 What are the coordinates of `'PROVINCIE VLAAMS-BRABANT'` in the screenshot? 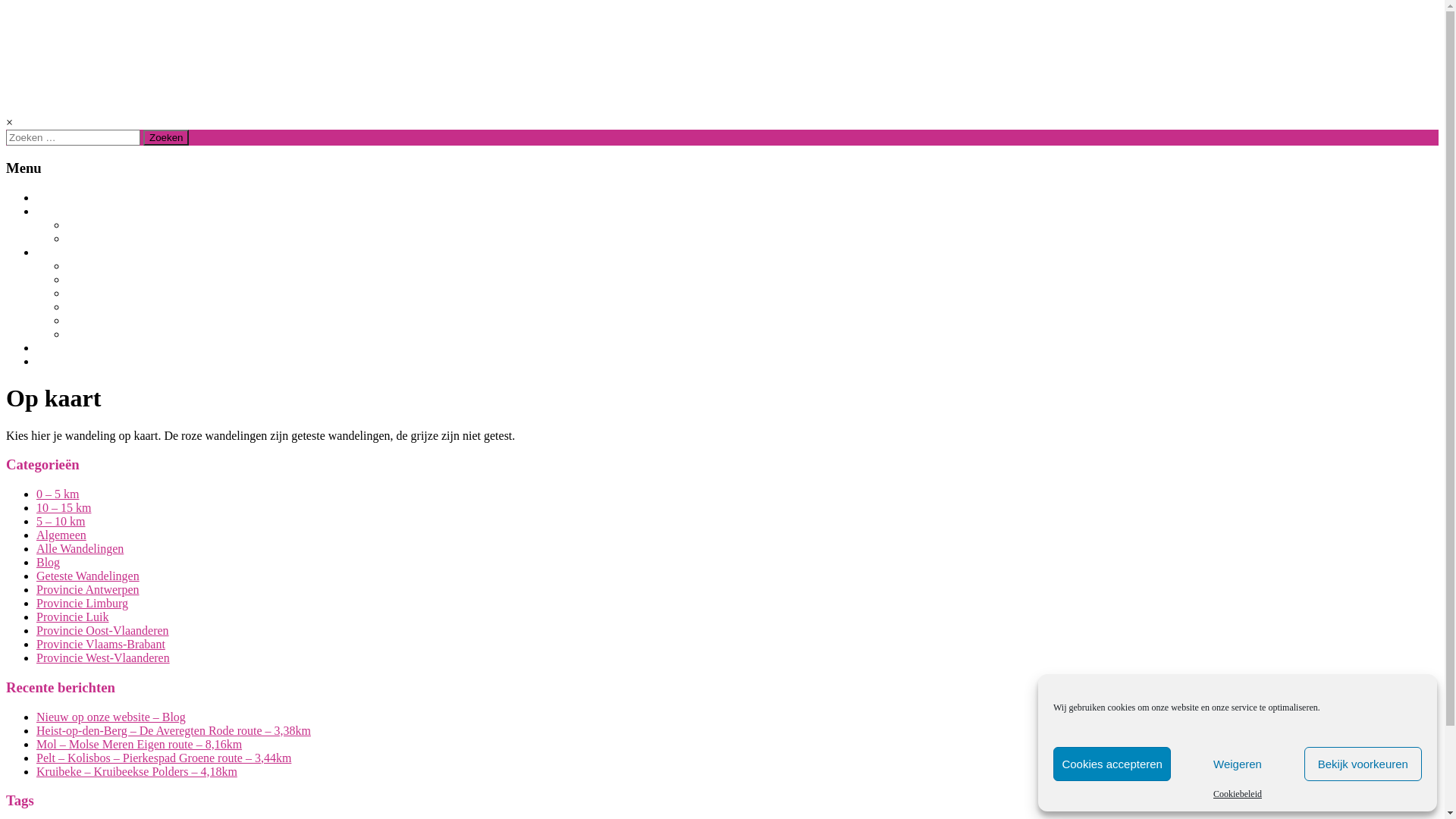 It's located at (149, 293).